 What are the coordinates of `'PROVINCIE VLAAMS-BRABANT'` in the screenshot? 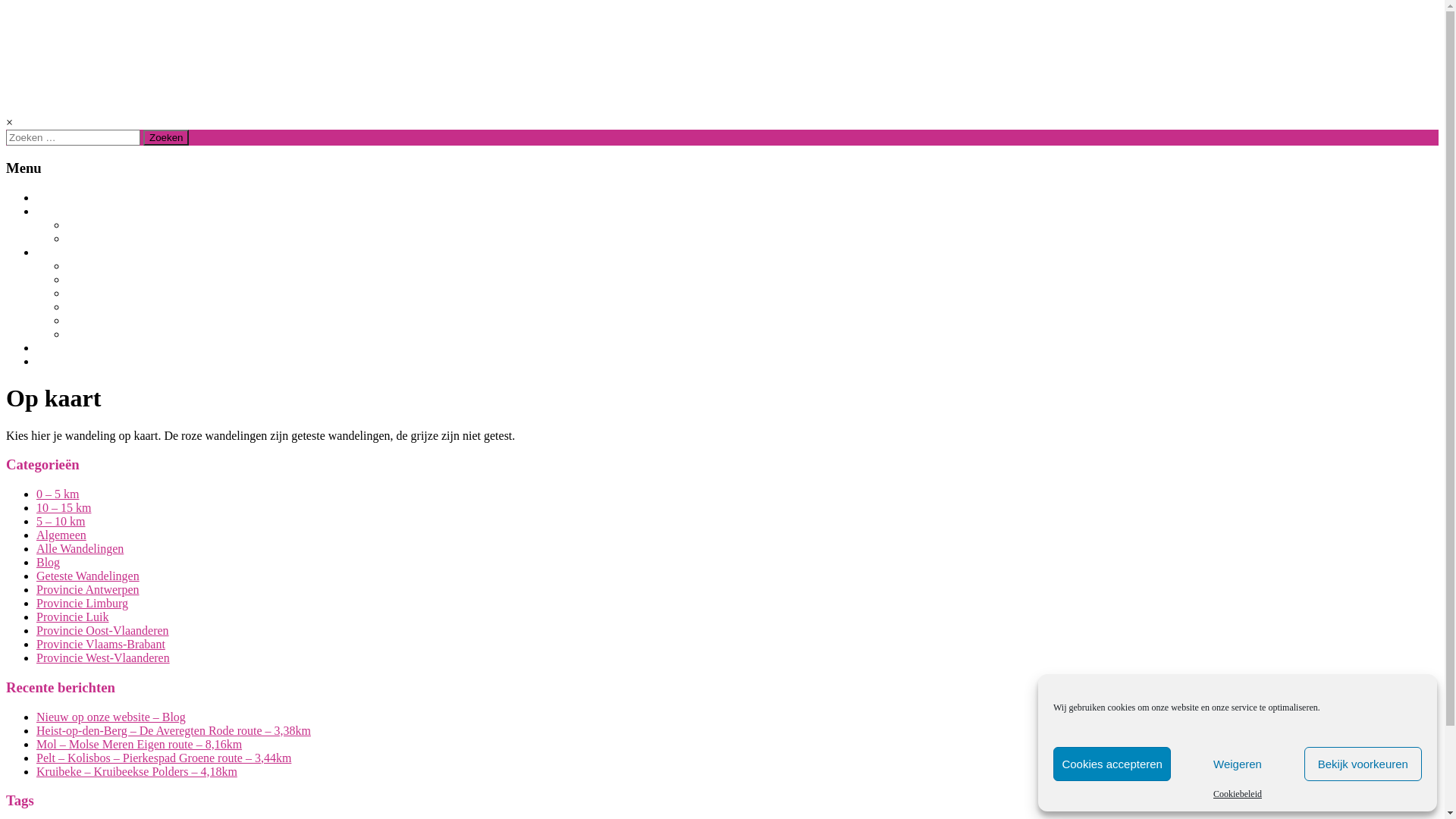 It's located at (149, 293).